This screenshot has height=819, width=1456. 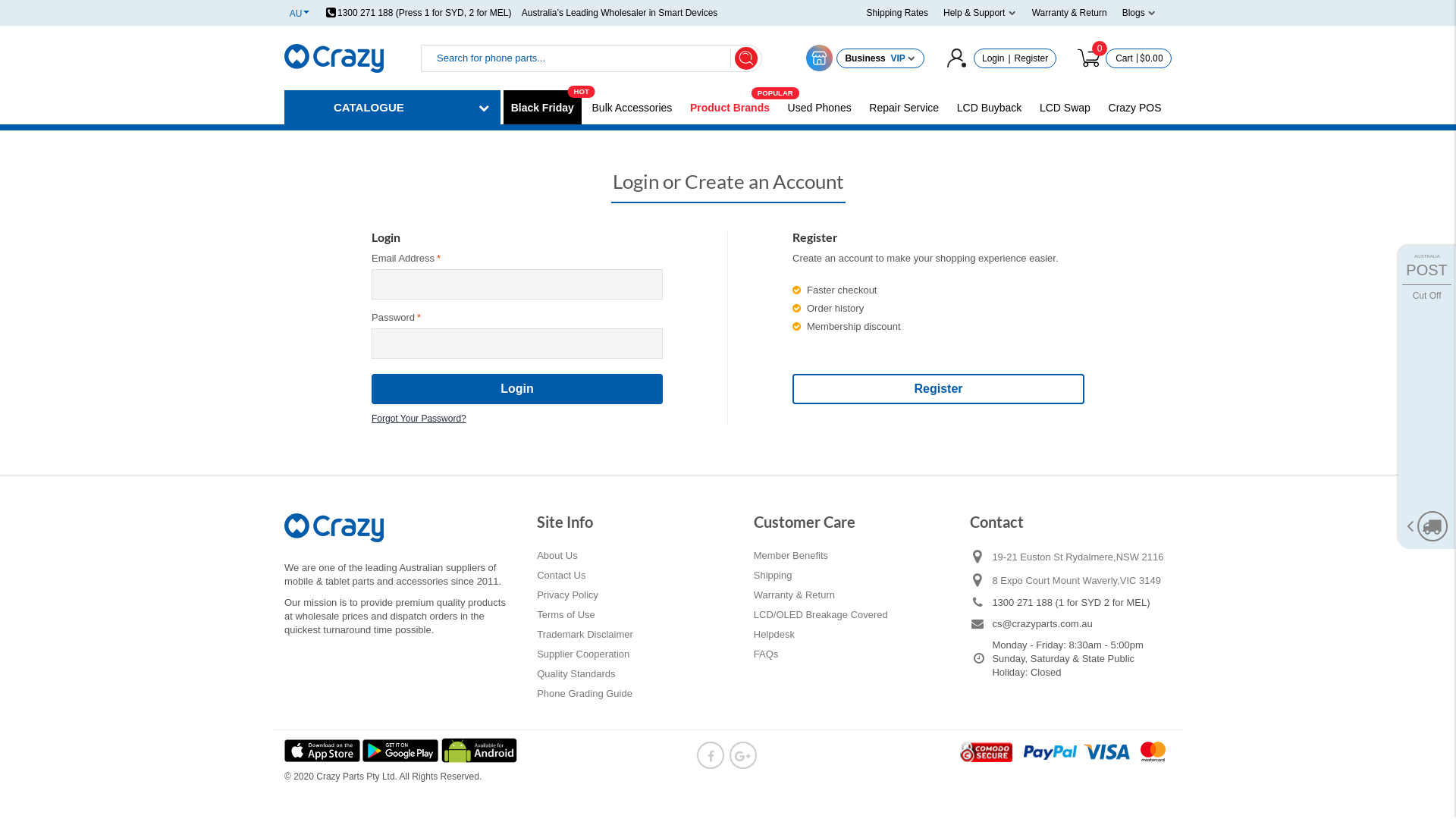 What do you see at coordinates (419, 415) in the screenshot?
I see `'Forgot Your Password?'` at bounding box center [419, 415].